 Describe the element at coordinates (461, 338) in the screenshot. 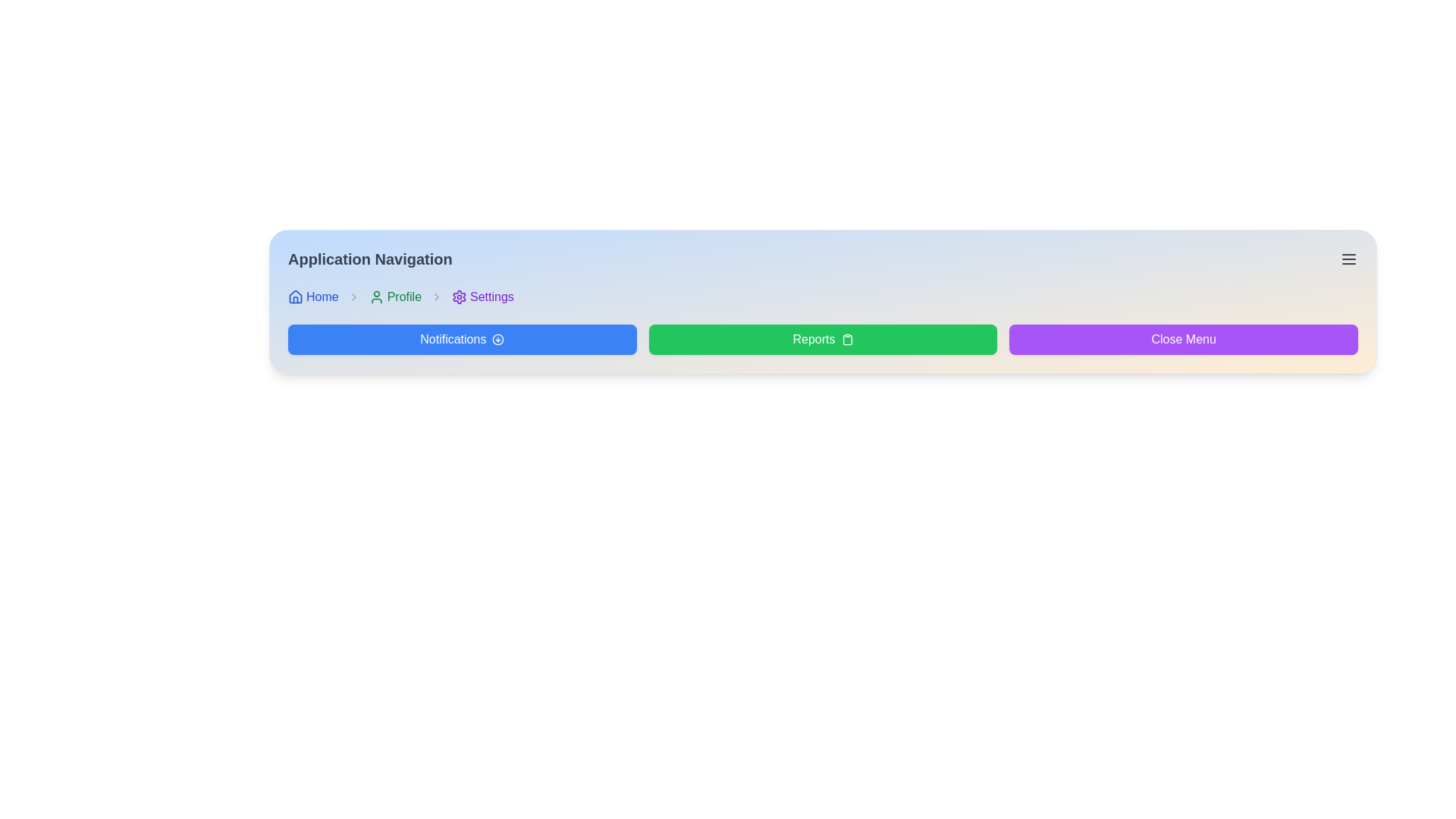

I see `the 'Notifications' button, which is a rectangular button with a blue background and white text` at that location.